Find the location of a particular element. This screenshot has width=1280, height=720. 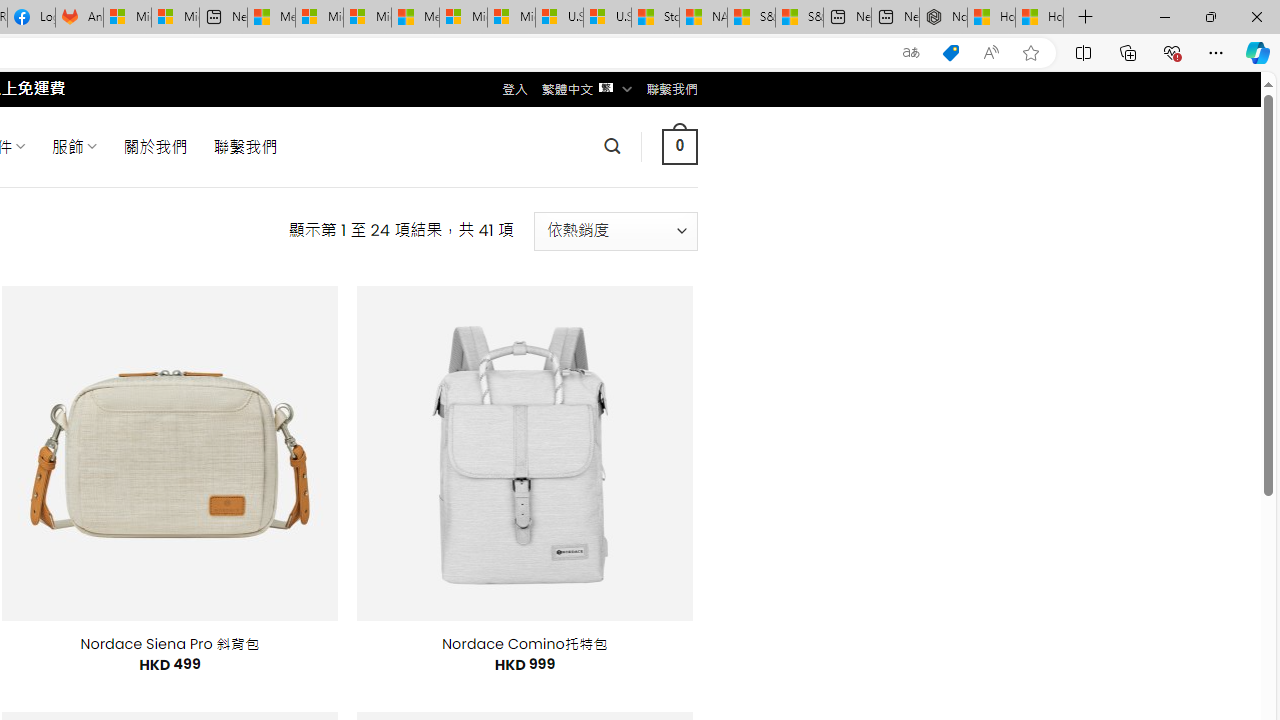

'Copilot (Ctrl+Shift+.)' is located at coordinates (1257, 51).